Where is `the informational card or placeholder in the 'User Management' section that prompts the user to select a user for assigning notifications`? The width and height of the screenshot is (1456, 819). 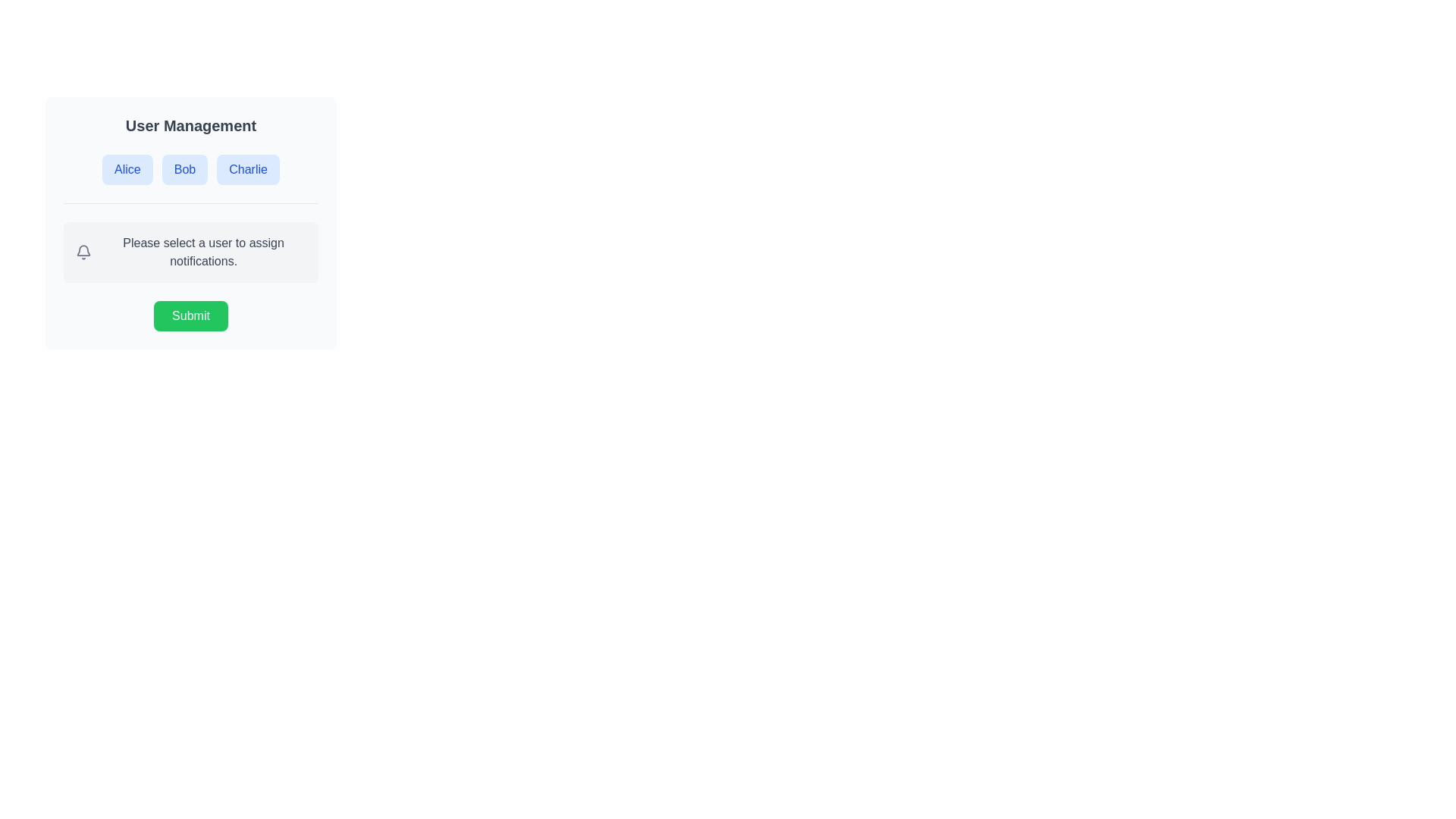 the informational card or placeholder in the 'User Management' section that prompts the user to select a user for assigning notifications is located at coordinates (190, 251).